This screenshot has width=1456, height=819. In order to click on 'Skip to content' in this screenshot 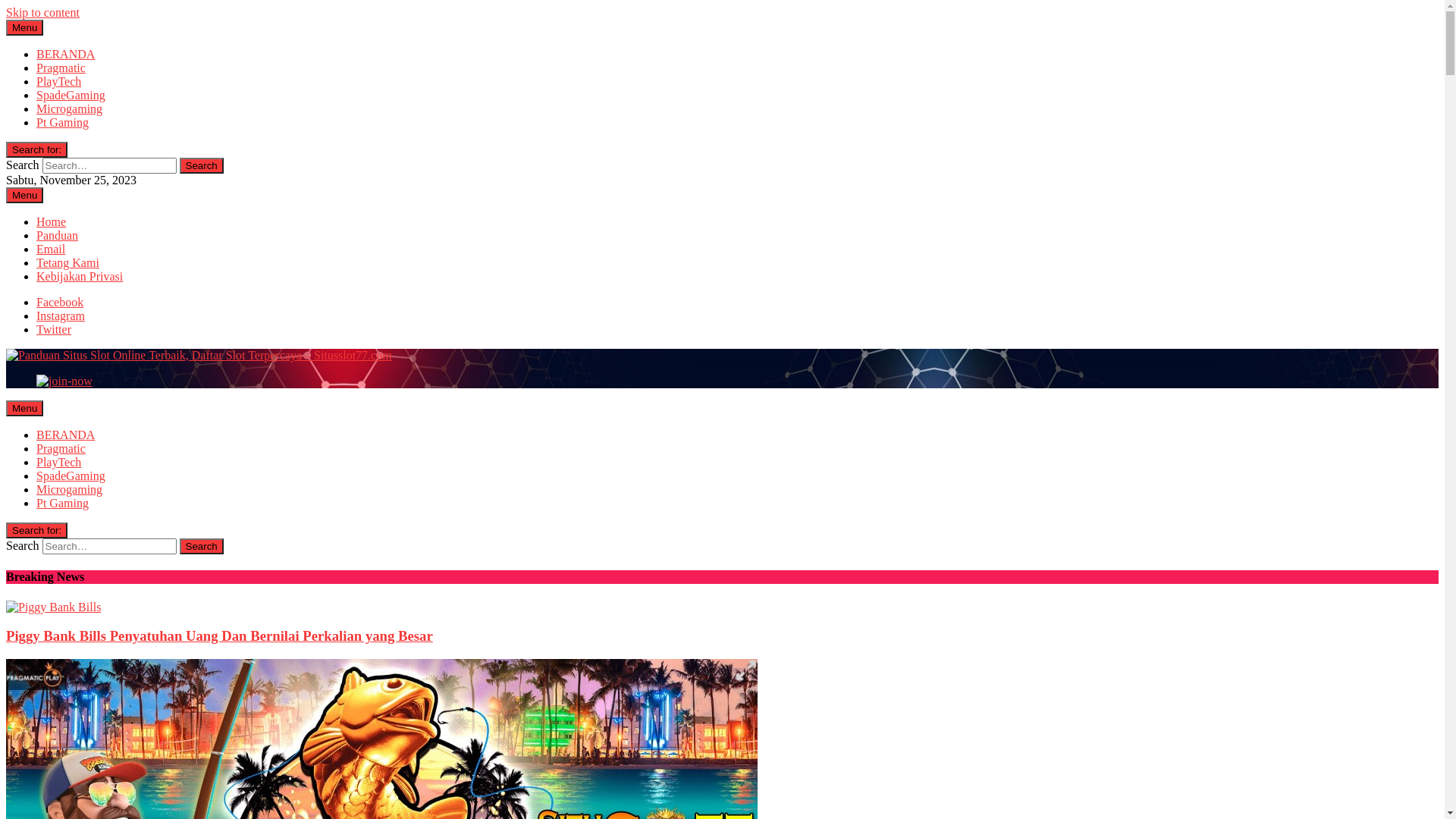, I will do `click(42, 12)`.